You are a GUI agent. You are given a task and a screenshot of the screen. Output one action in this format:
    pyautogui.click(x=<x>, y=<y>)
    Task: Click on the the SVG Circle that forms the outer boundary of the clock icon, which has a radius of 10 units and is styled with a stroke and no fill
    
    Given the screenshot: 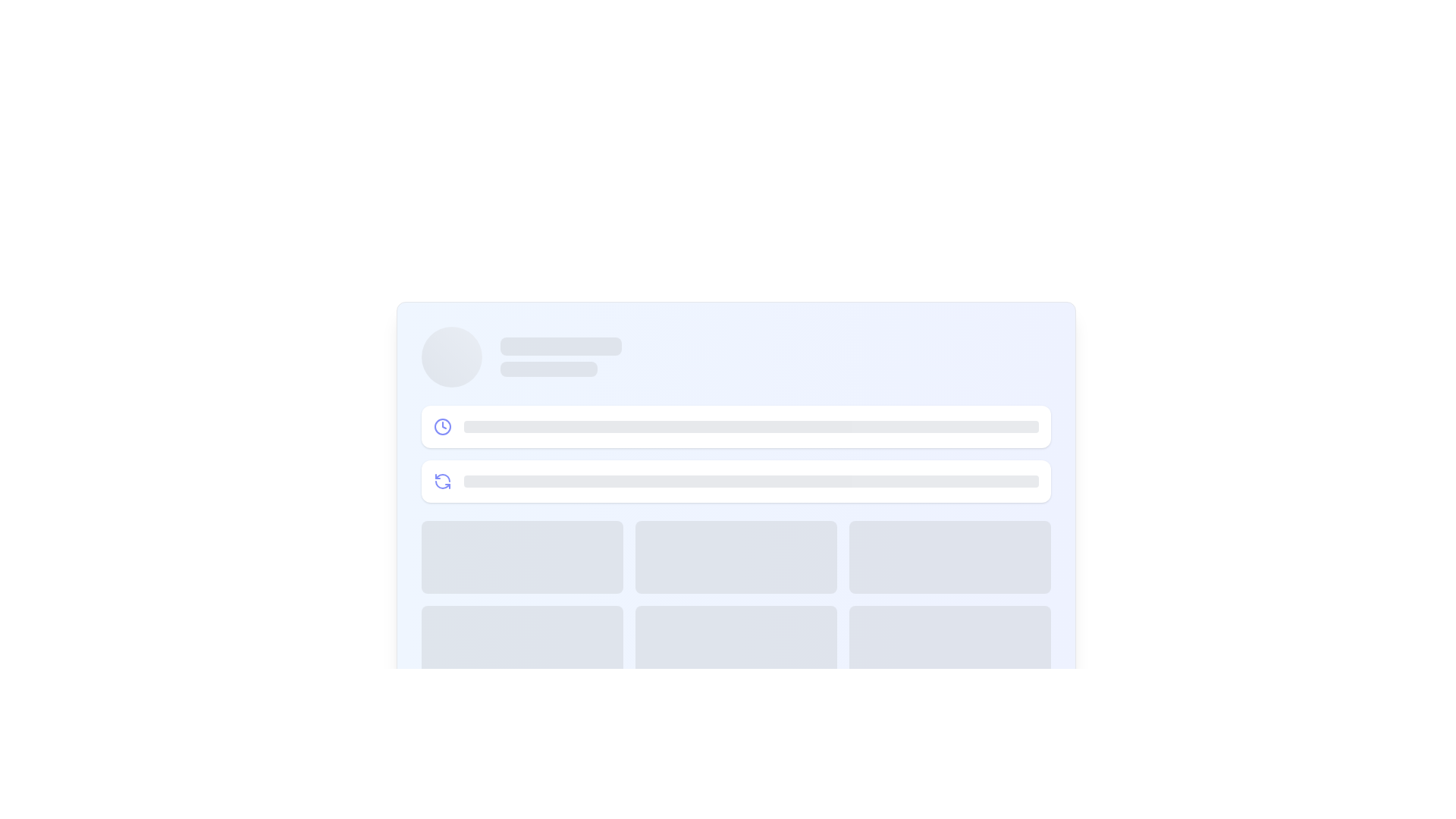 What is the action you would take?
    pyautogui.click(x=441, y=427)
    